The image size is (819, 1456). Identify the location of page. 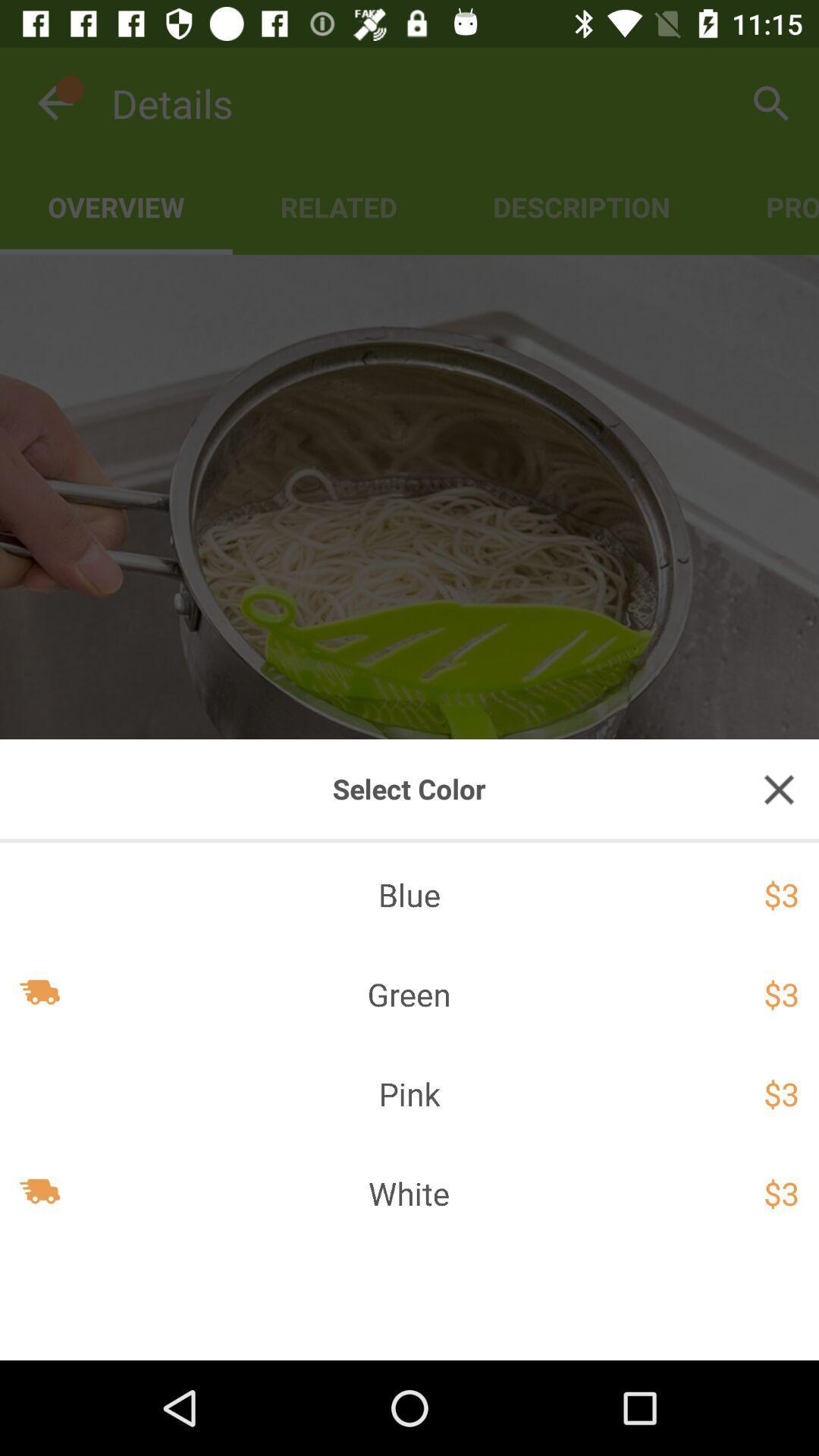
(779, 789).